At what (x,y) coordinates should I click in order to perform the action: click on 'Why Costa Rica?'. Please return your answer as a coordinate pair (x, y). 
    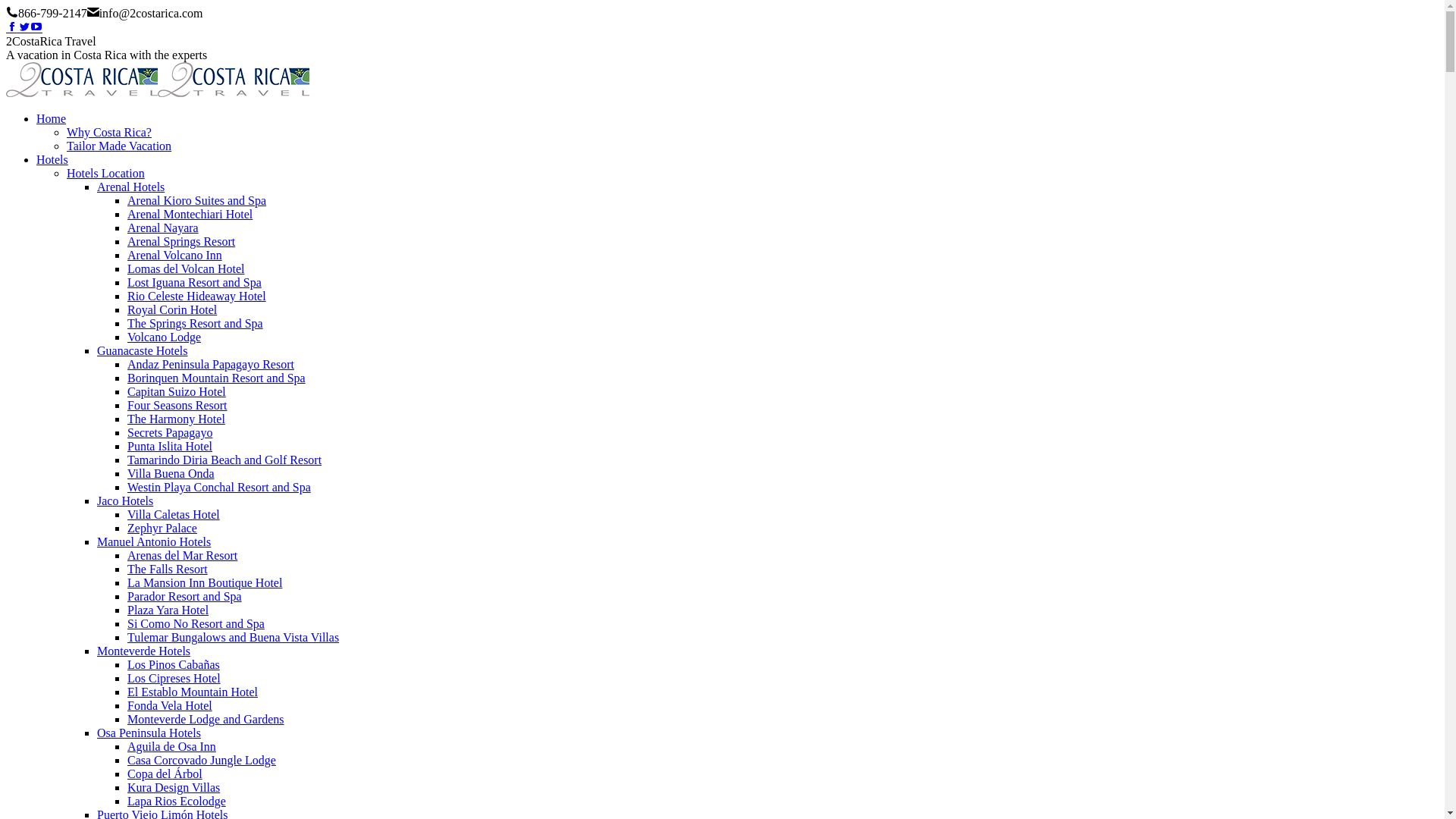
    Looking at the image, I should click on (108, 131).